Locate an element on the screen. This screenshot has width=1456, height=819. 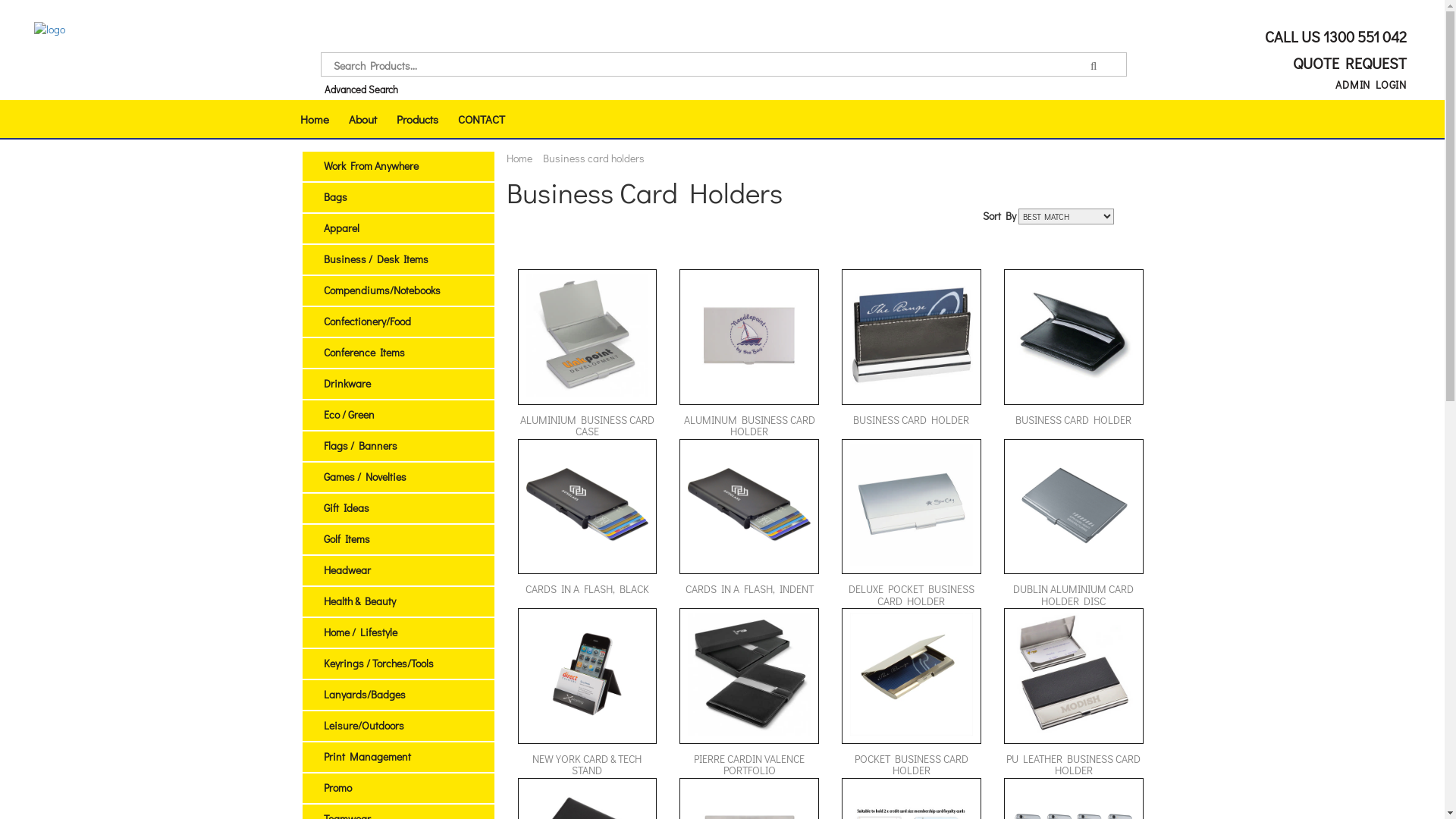
'Lanyards/Badges' is located at coordinates (364, 694).